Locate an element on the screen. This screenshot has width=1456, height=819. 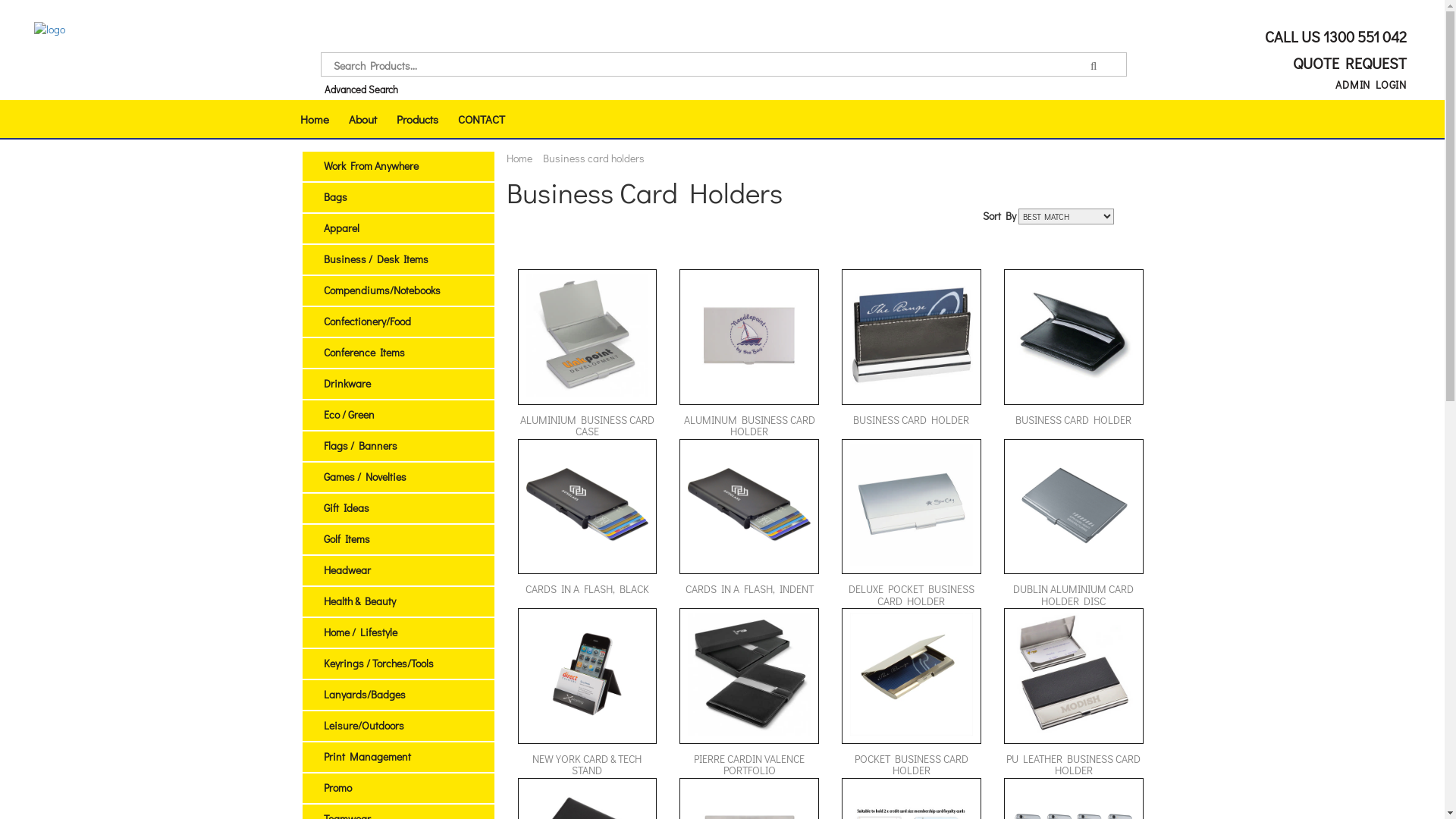
'Lanyards/Badges' is located at coordinates (364, 694).